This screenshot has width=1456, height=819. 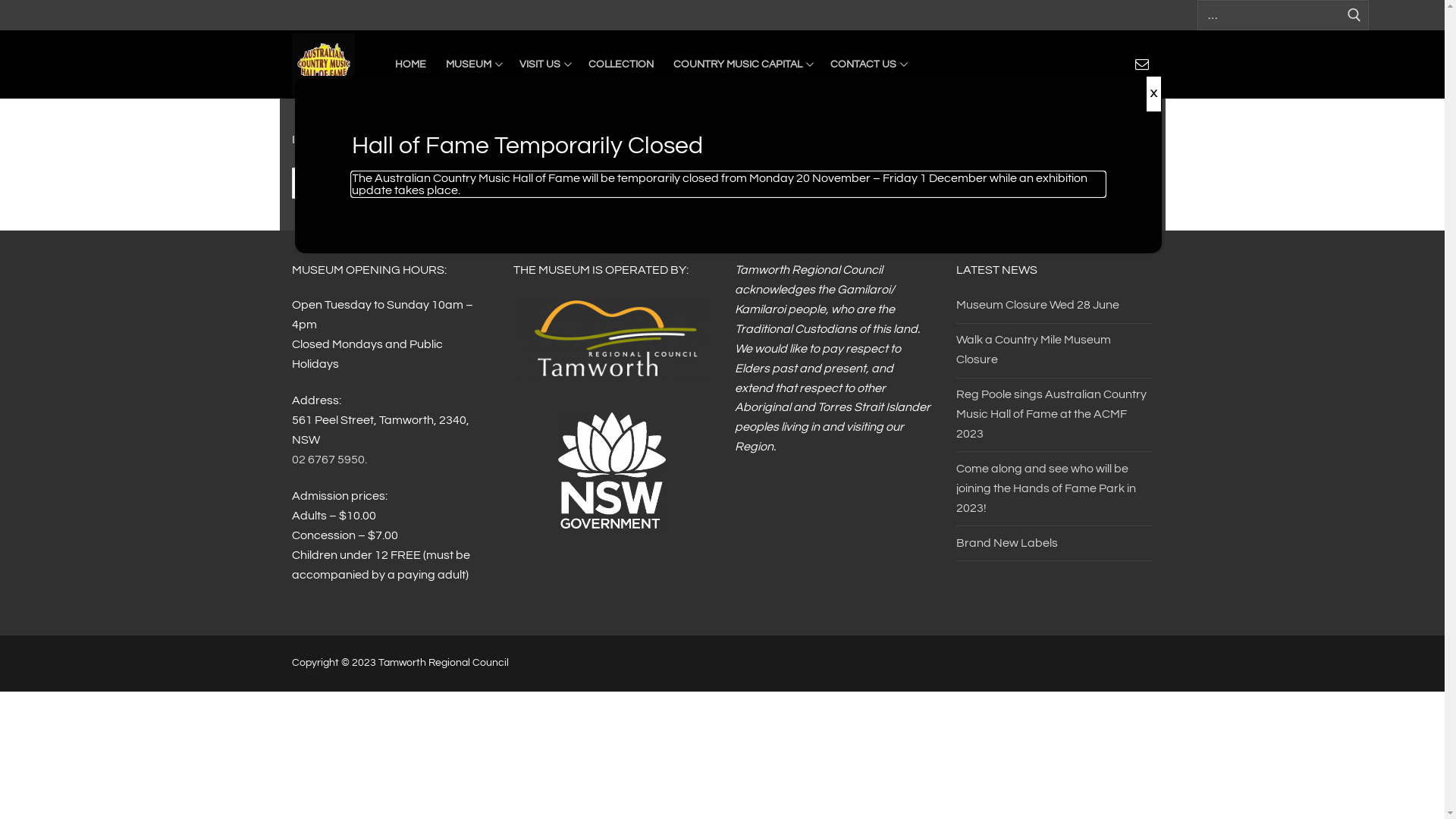 I want to click on 'CONTACT US, so click(x=867, y=64).